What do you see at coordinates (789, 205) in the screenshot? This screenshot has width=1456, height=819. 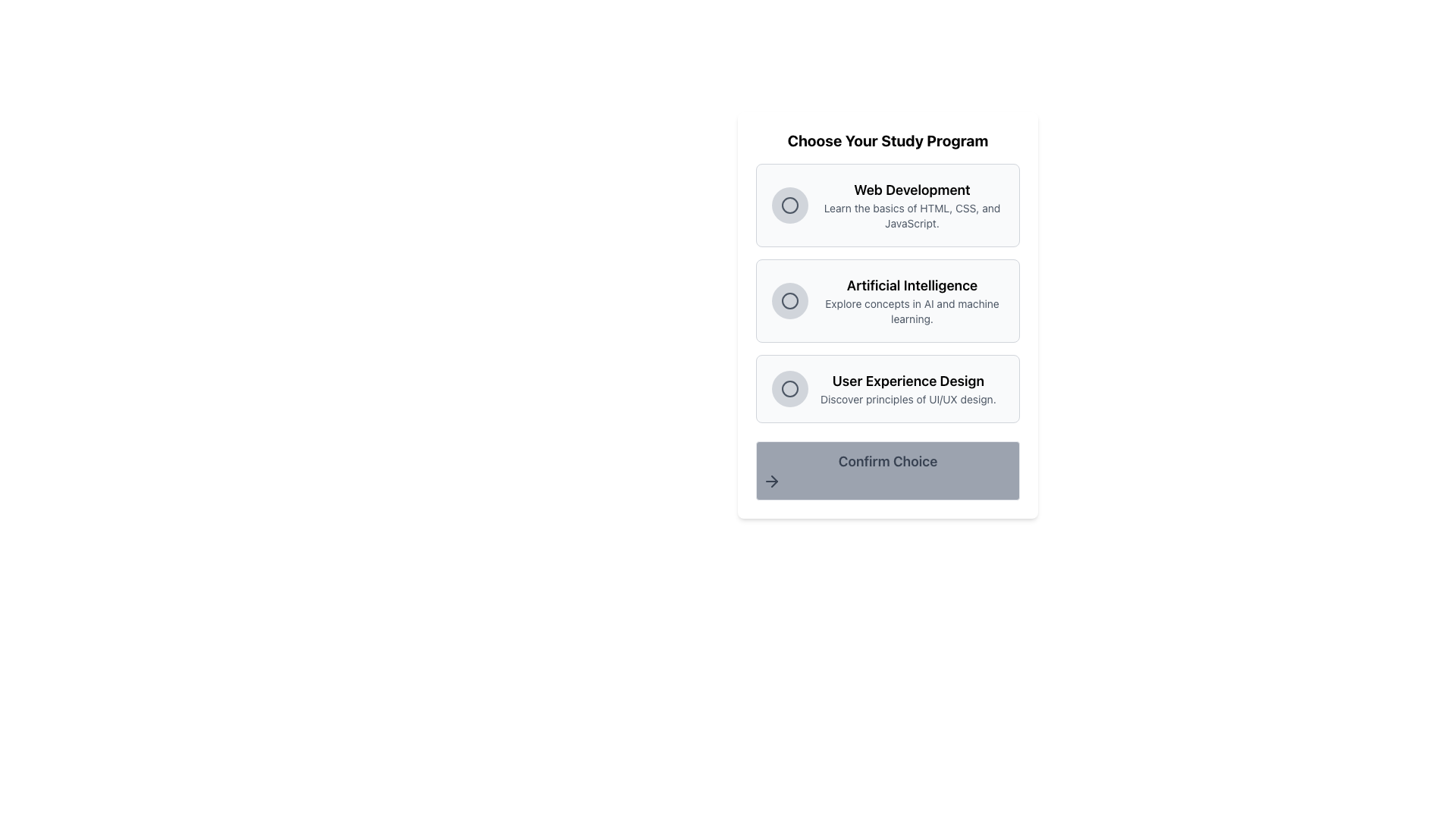 I see `the gray circular radio button with a dark outline located at the top of the 'Web Development' selection box` at bounding box center [789, 205].